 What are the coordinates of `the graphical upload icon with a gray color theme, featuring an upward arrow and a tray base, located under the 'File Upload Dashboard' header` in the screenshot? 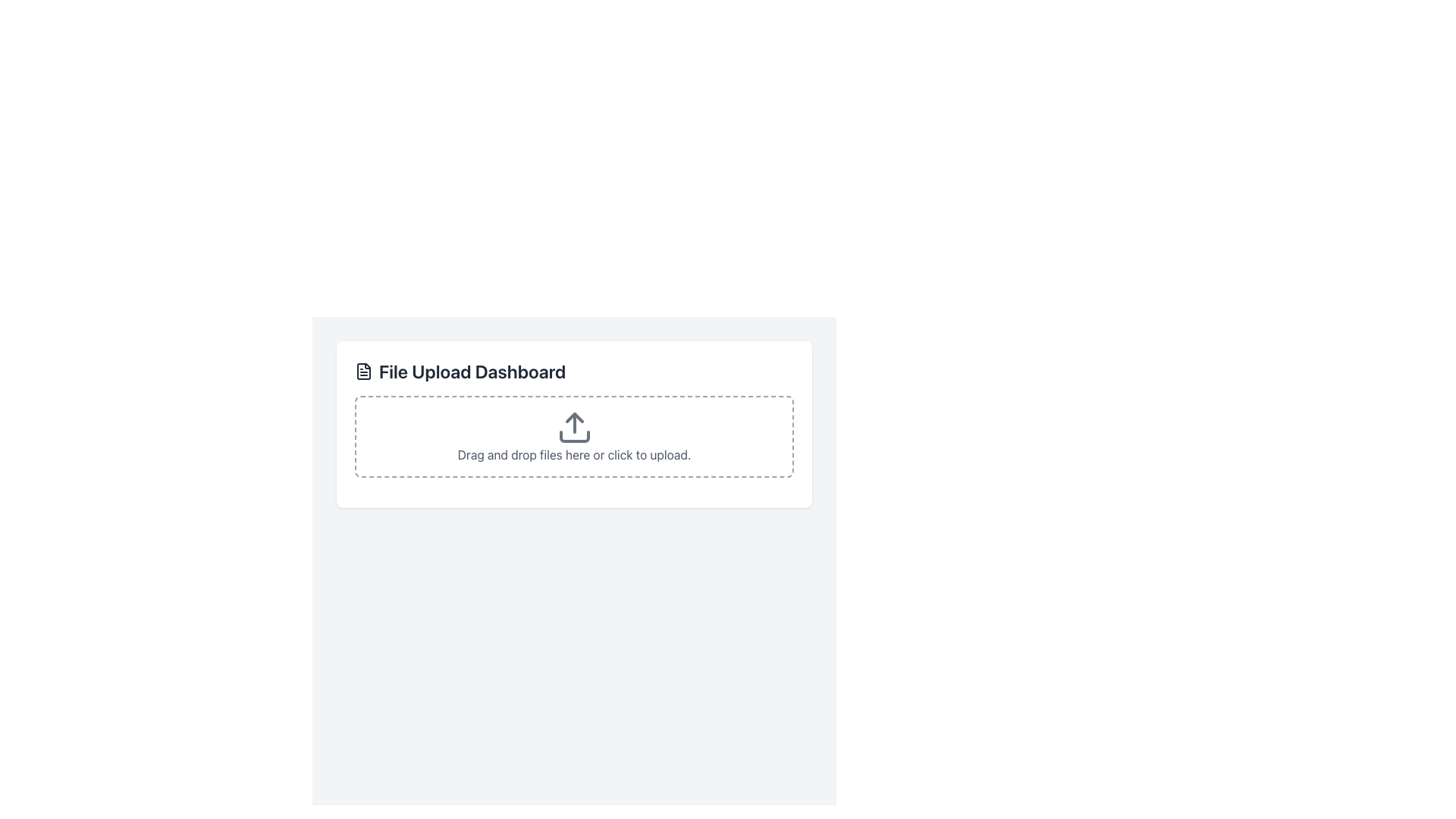 It's located at (573, 427).